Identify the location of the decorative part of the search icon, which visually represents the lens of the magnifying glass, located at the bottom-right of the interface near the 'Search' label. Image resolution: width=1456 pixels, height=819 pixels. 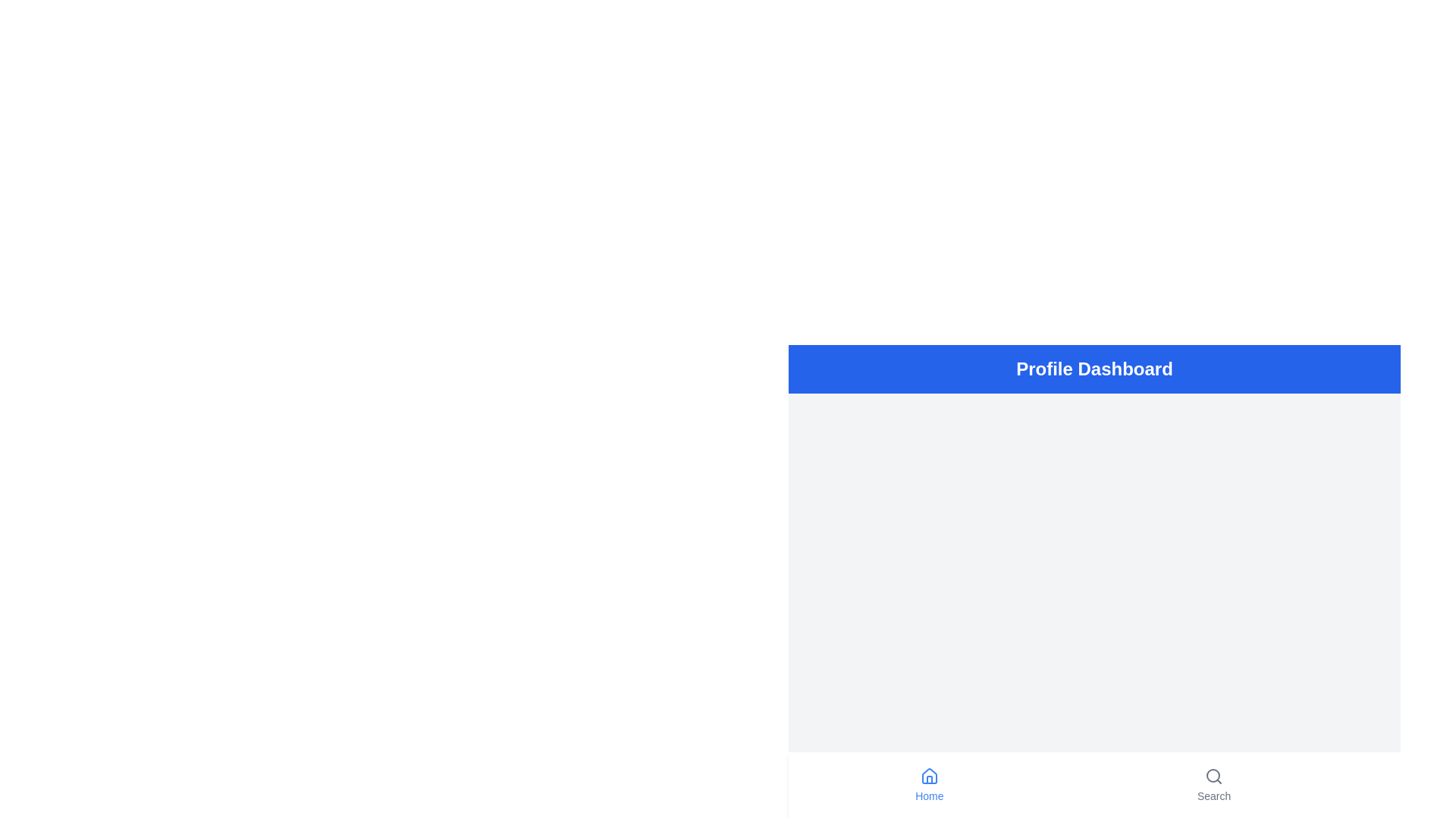
(1213, 775).